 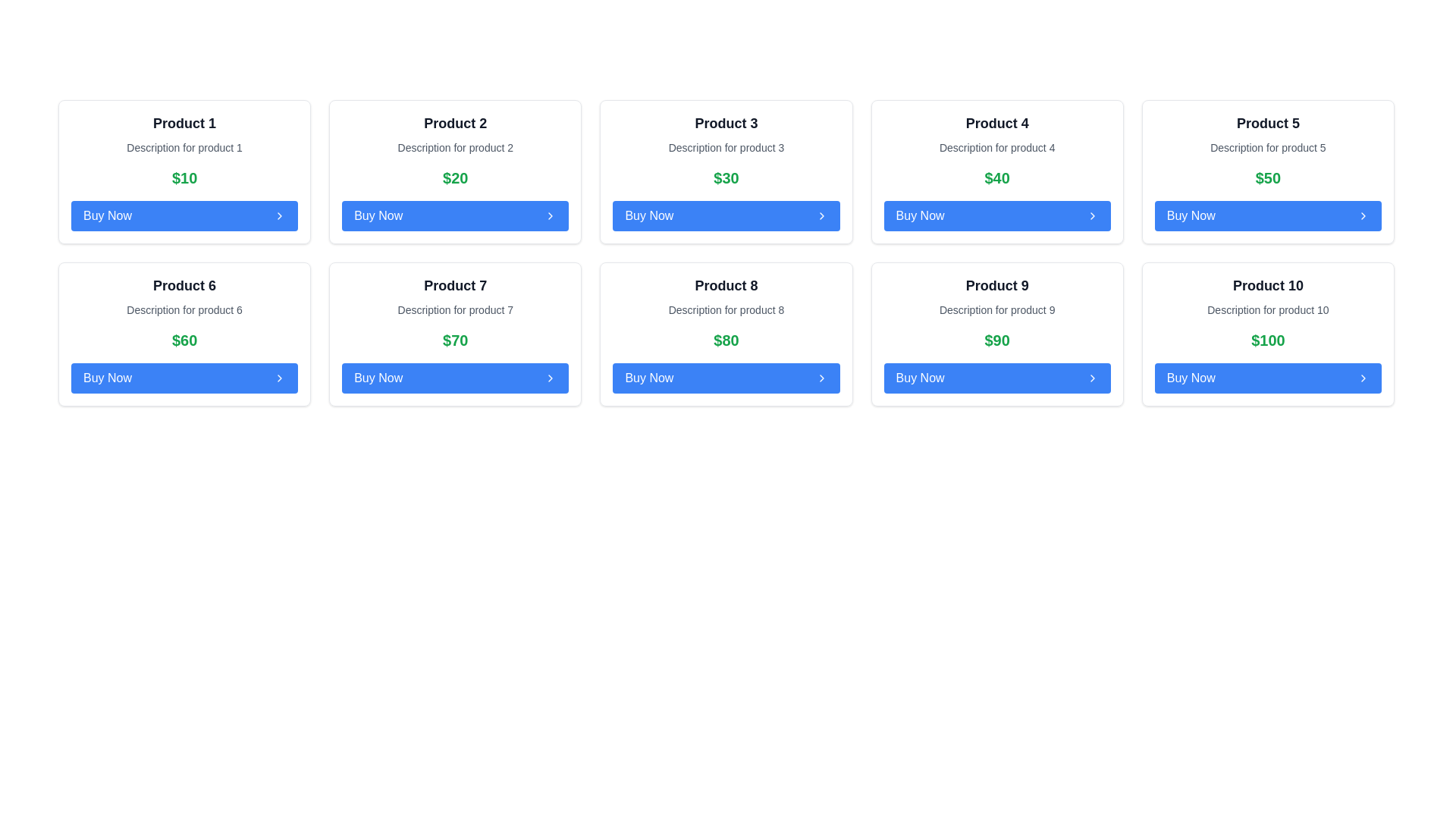 What do you see at coordinates (280, 216) in the screenshot?
I see `the 'Buy Now' button, which contains a right-pointing chevron icon, to initiate the purchase process` at bounding box center [280, 216].